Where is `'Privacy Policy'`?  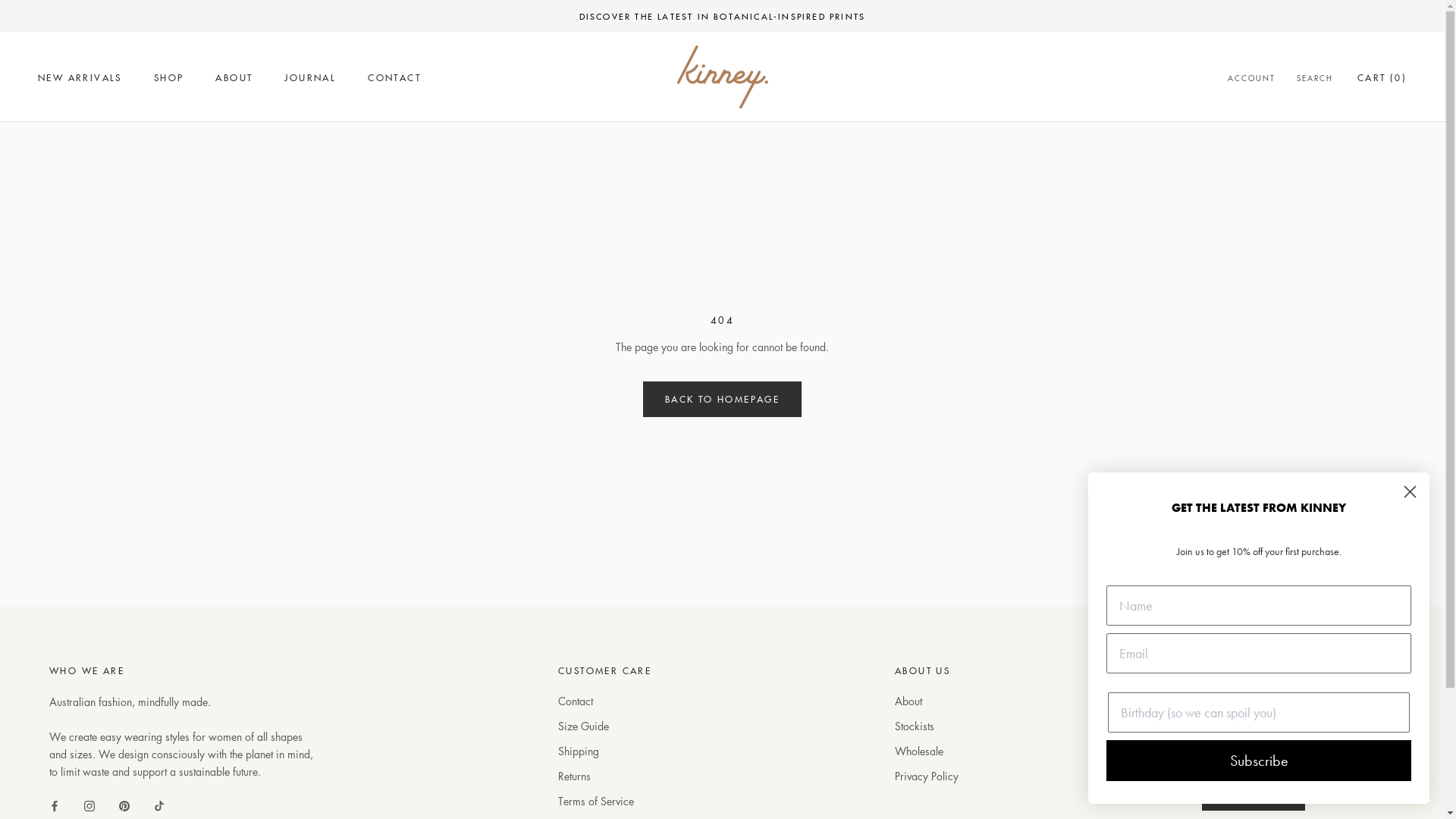 'Privacy Policy' is located at coordinates (926, 776).